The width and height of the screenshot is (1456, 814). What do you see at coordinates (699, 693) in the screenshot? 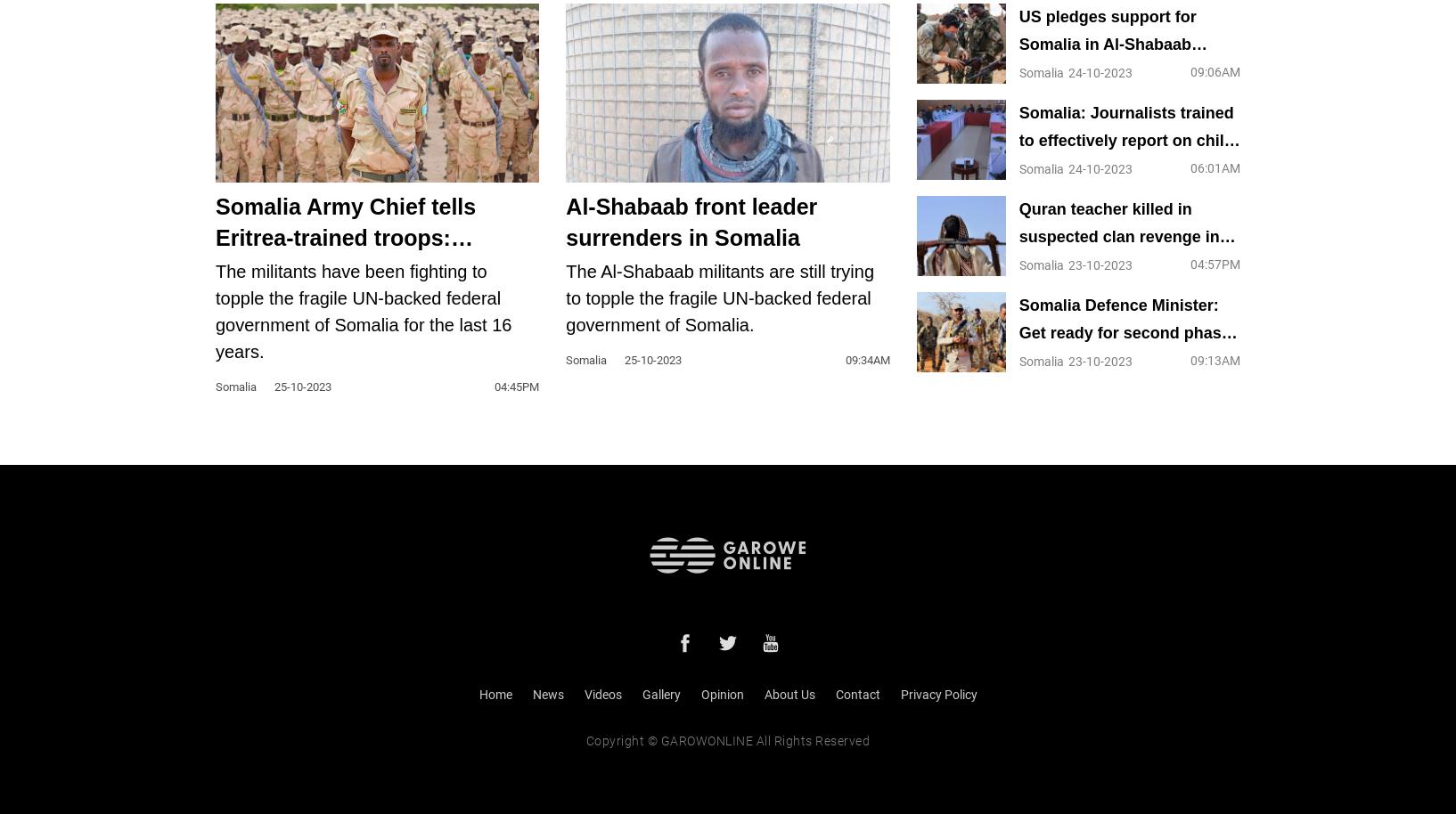
I see `'Opinion'` at bounding box center [699, 693].